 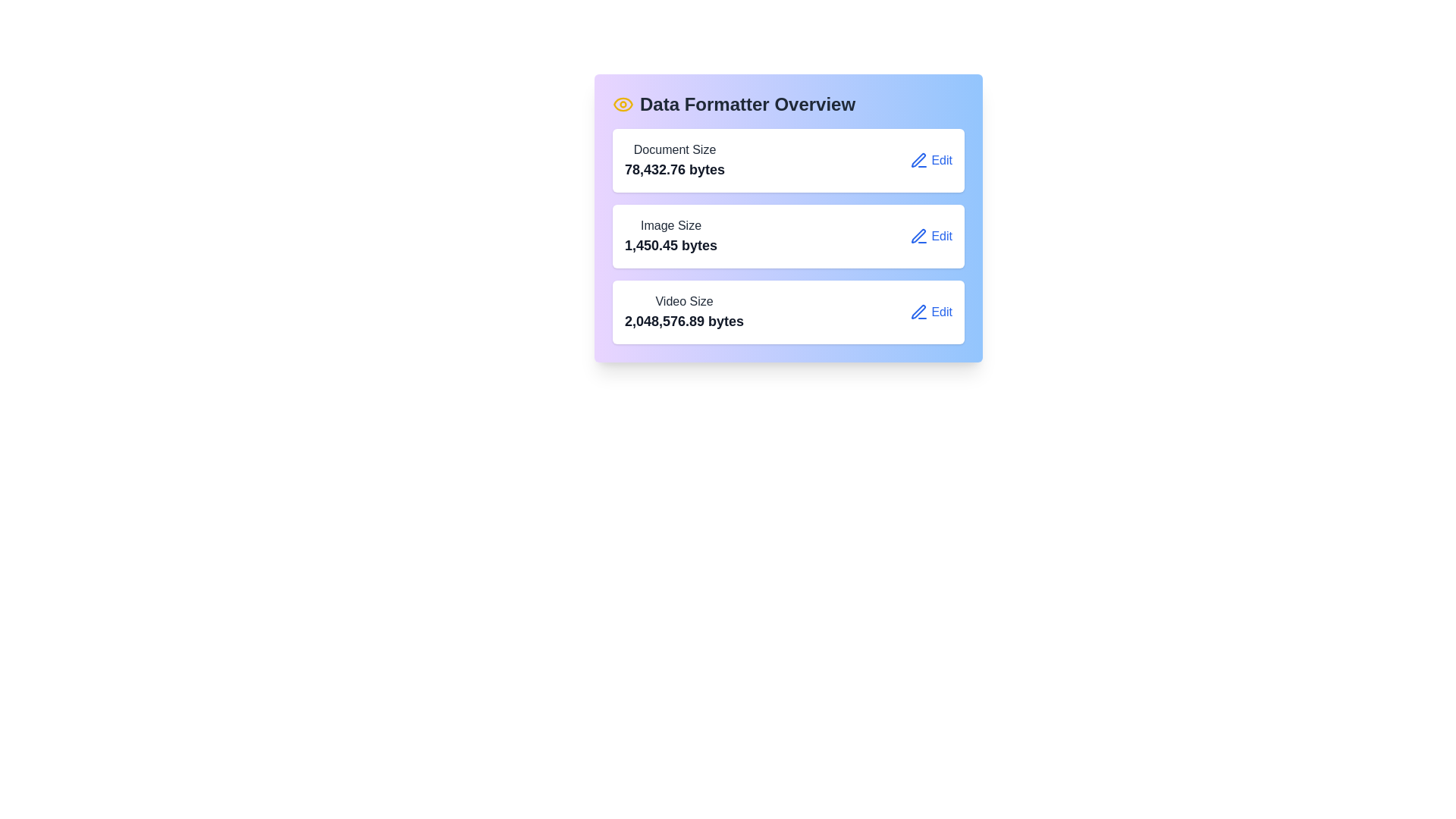 What do you see at coordinates (789, 237) in the screenshot?
I see `the interactive link in the second list item that displays the size of images in bytes` at bounding box center [789, 237].